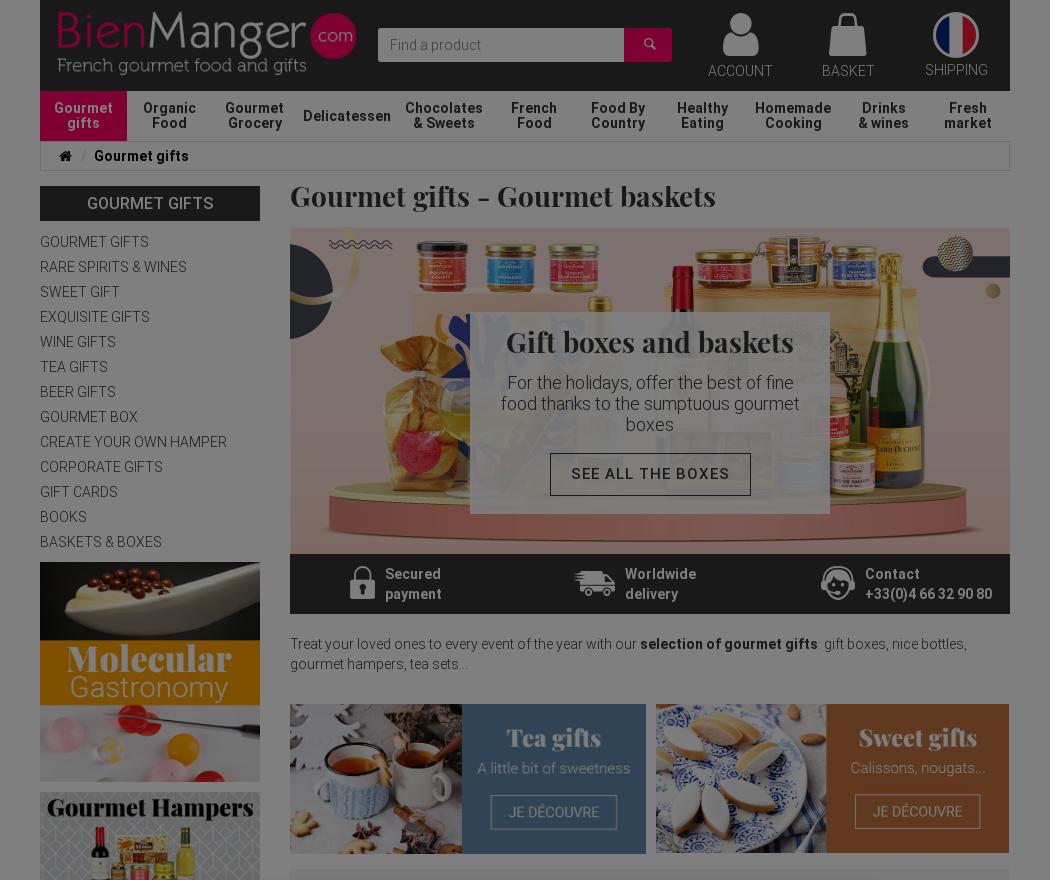 Image resolution: width=1050 pixels, height=880 pixels. I want to click on 'Create your own hamper', so click(132, 441).